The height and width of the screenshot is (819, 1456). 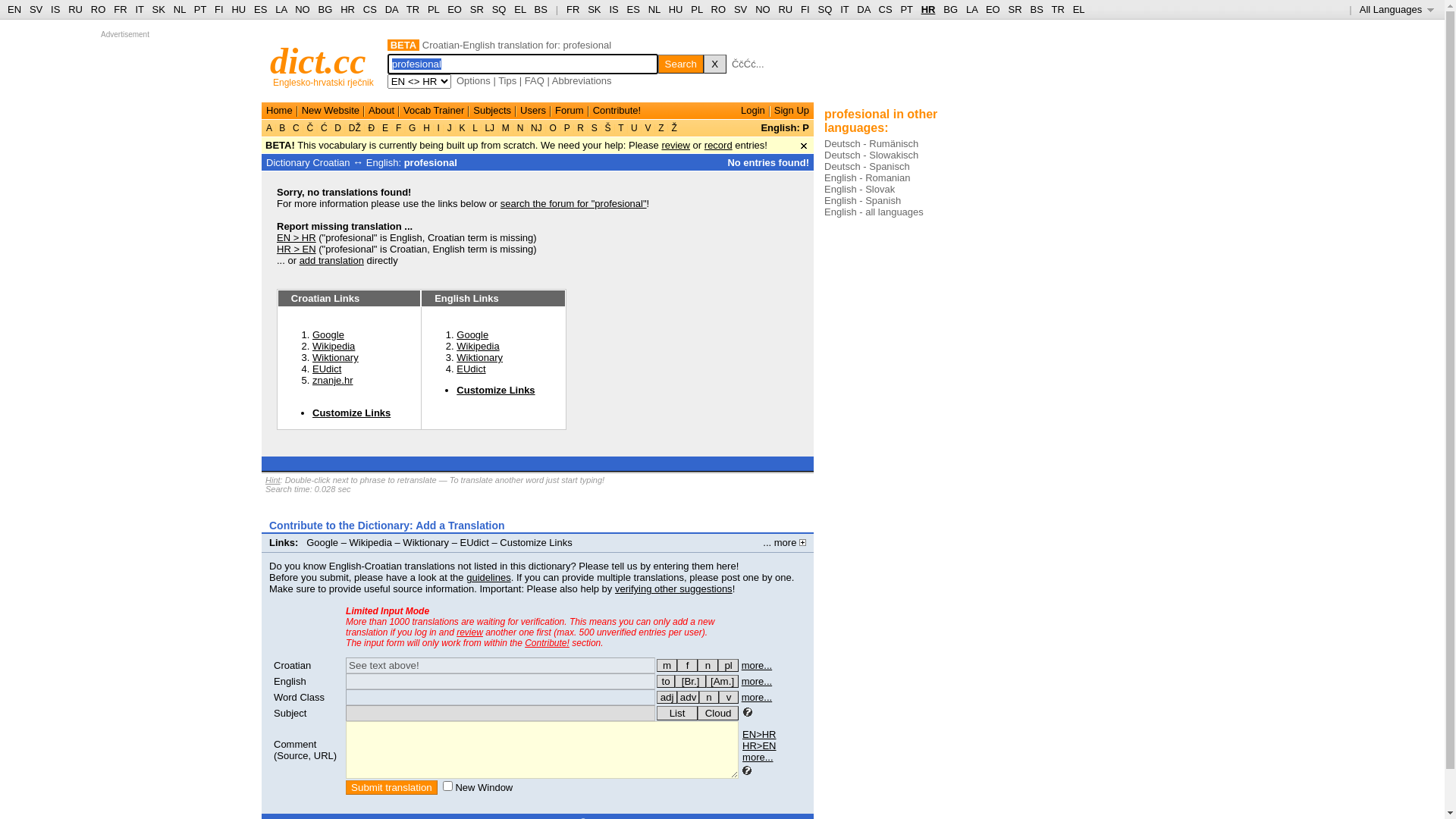 What do you see at coordinates (552, 127) in the screenshot?
I see `'O'` at bounding box center [552, 127].